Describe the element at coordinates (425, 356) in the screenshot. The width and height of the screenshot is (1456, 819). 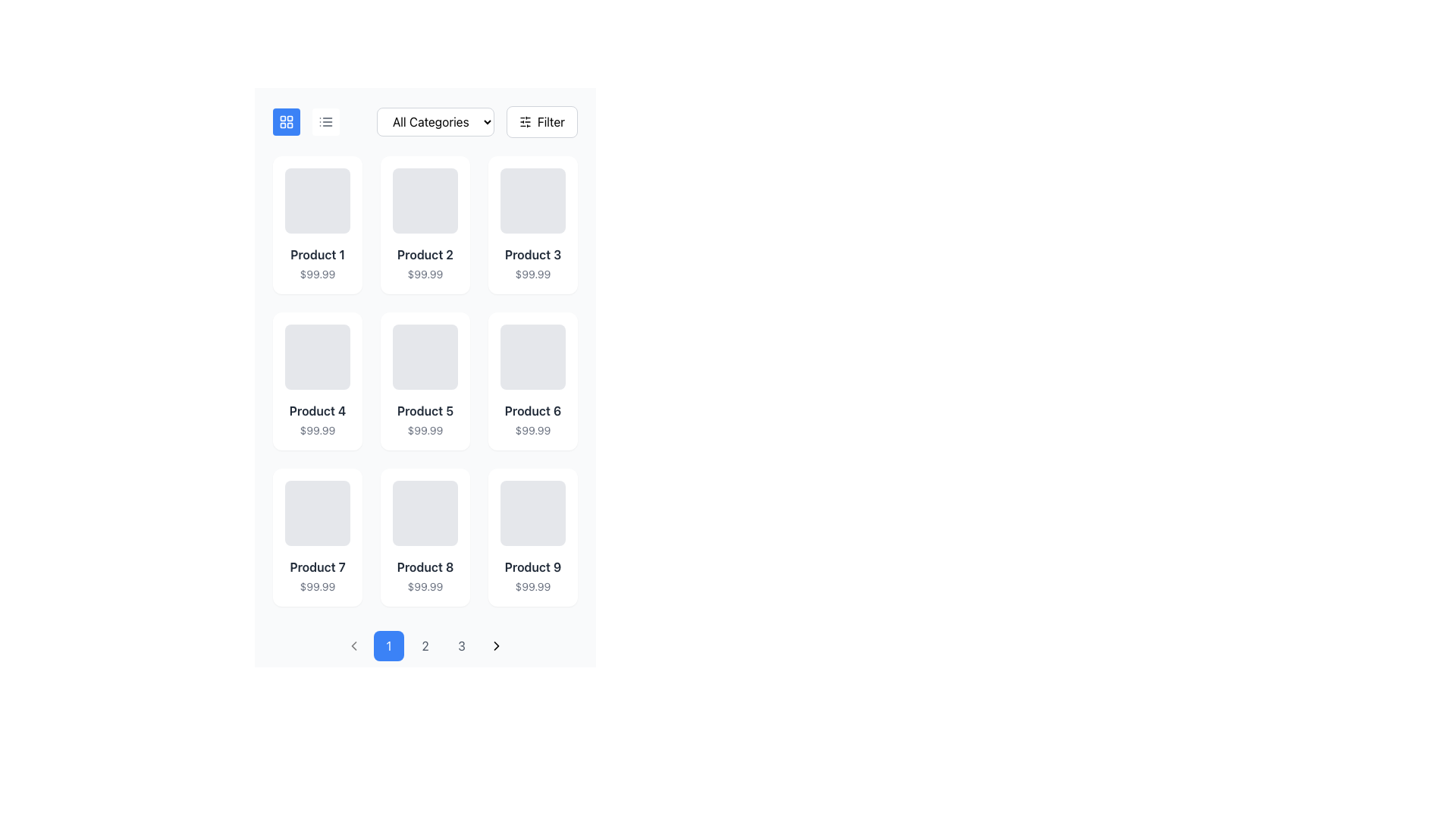
I see `the image placeholder for 'Product 5' priced at '$99.99'` at that location.